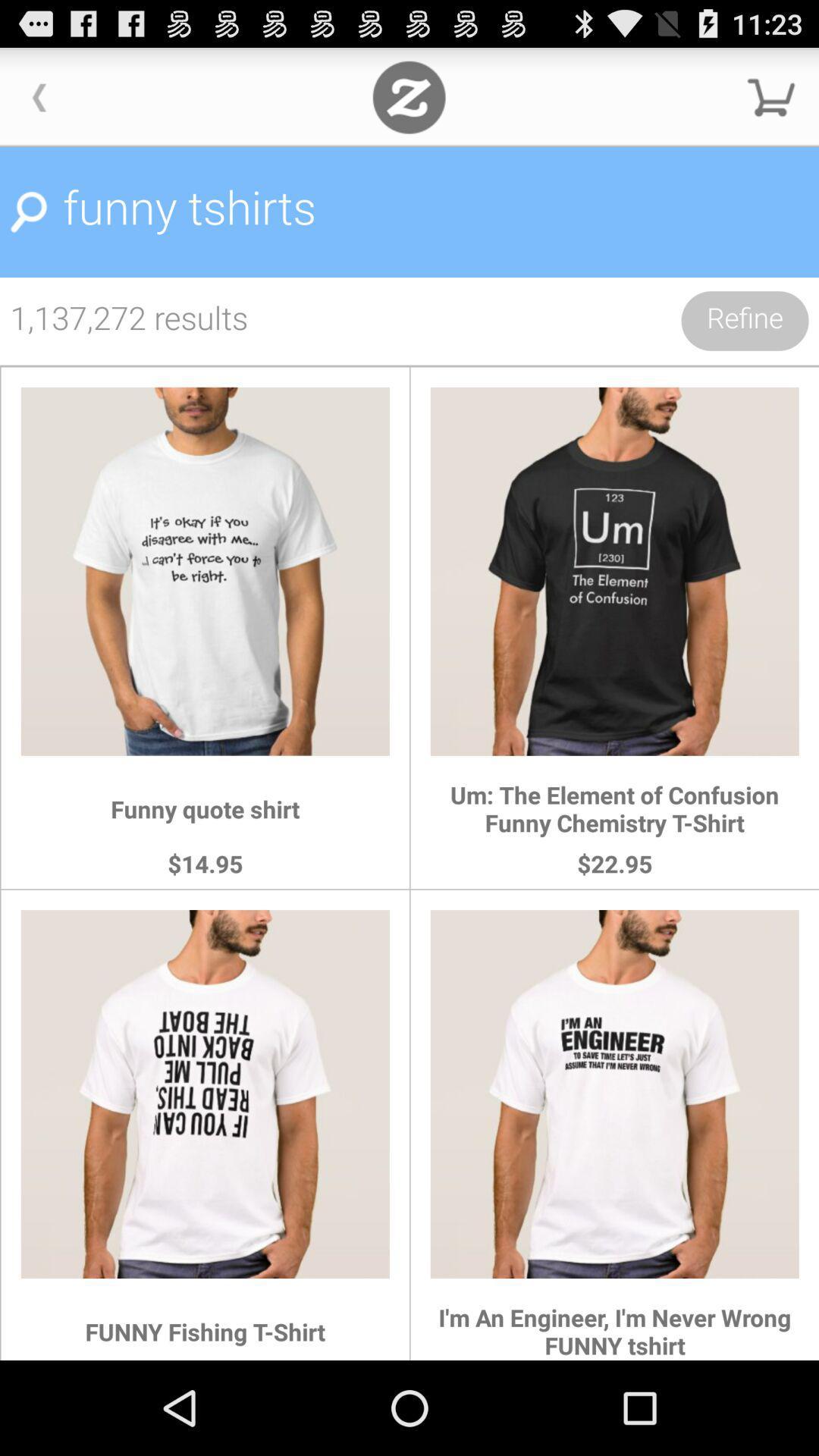  Describe the element at coordinates (744, 320) in the screenshot. I see `the item next to 1 137 272 icon` at that location.